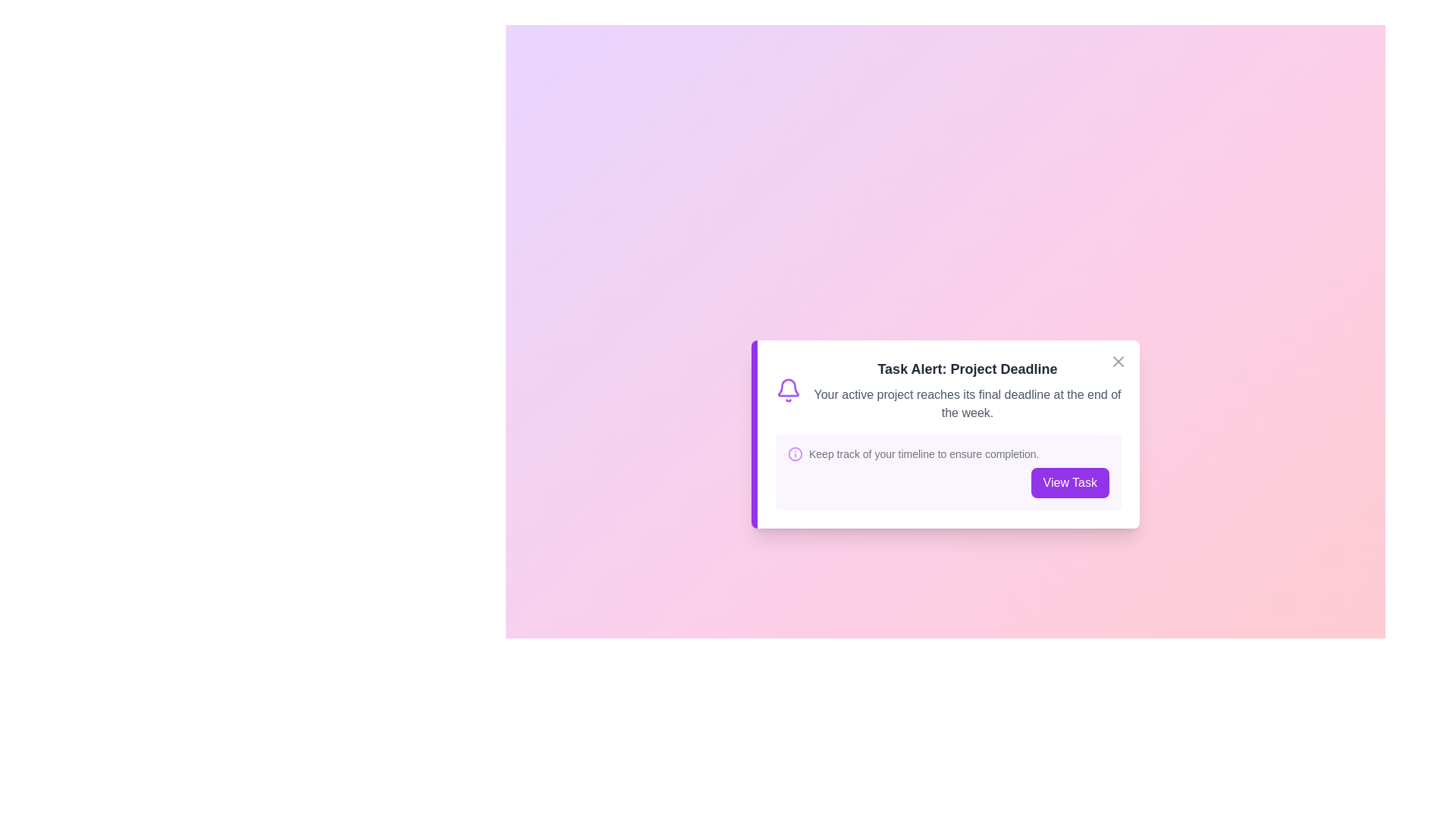 The width and height of the screenshot is (1456, 819). I want to click on 'View Task' button to view the task details, so click(1069, 482).